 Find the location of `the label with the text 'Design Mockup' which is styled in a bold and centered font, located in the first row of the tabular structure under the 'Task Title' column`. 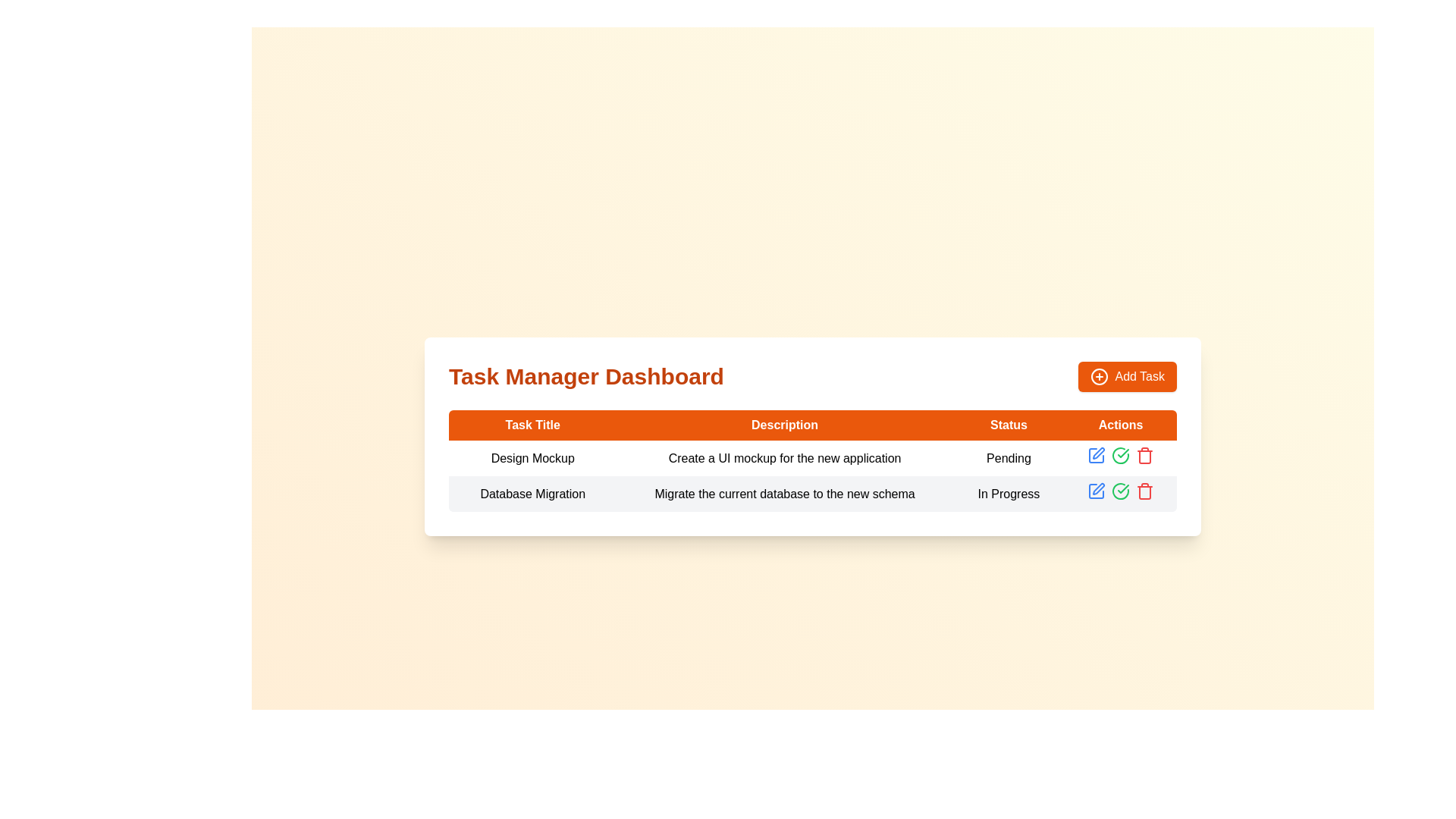

the label with the text 'Design Mockup' which is styled in a bold and centered font, located in the first row of the tabular structure under the 'Task Title' column is located at coordinates (532, 457).